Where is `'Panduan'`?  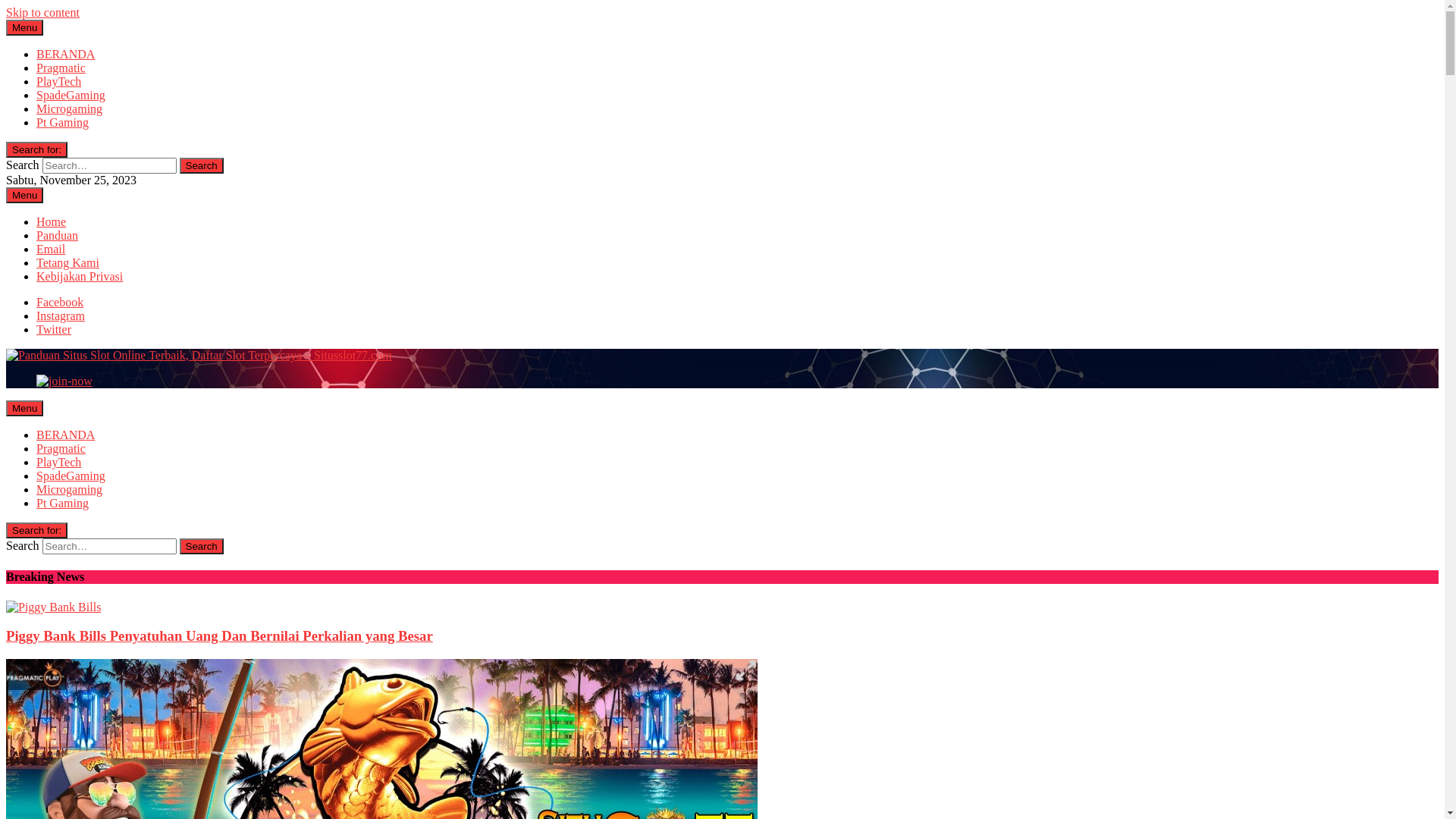
'Panduan' is located at coordinates (57, 235).